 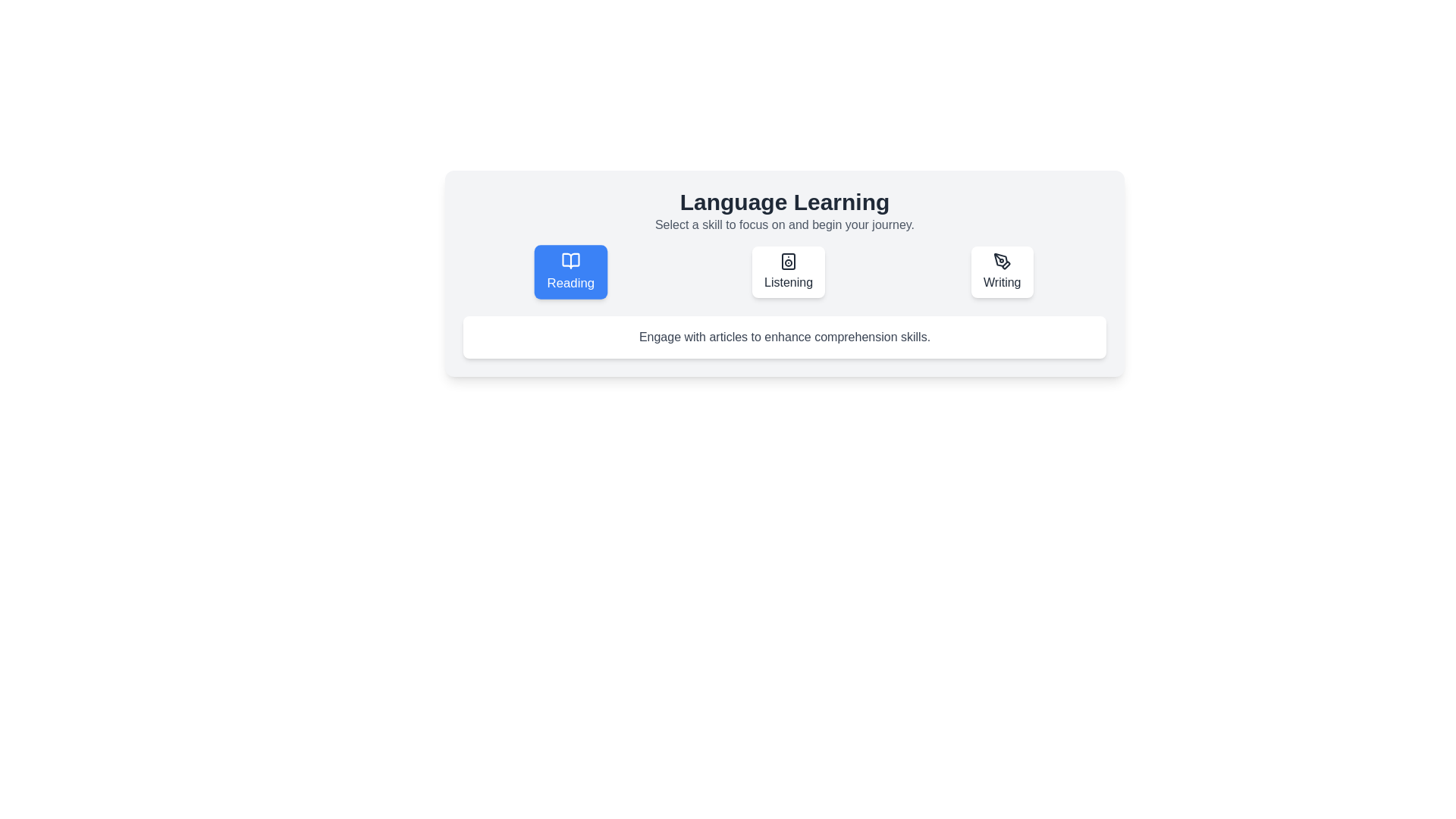 What do you see at coordinates (785, 271) in the screenshot?
I see `the 'Listening' button, which is the second button in a horizontal row of three, featuring a light white background and dark gray text` at bounding box center [785, 271].